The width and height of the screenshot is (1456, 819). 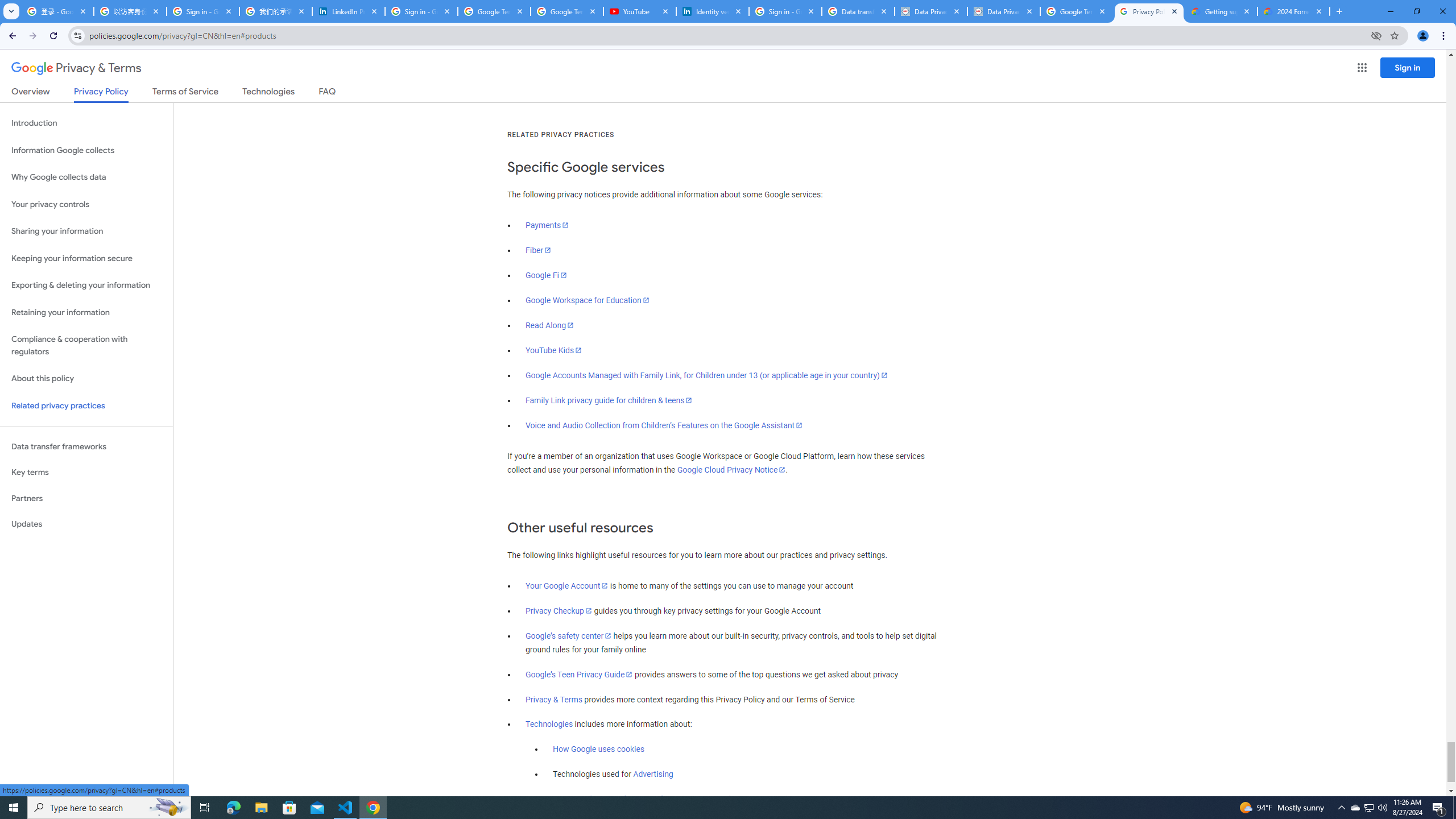 What do you see at coordinates (545, 274) in the screenshot?
I see `'Google Fi'` at bounding box center [545, 274].